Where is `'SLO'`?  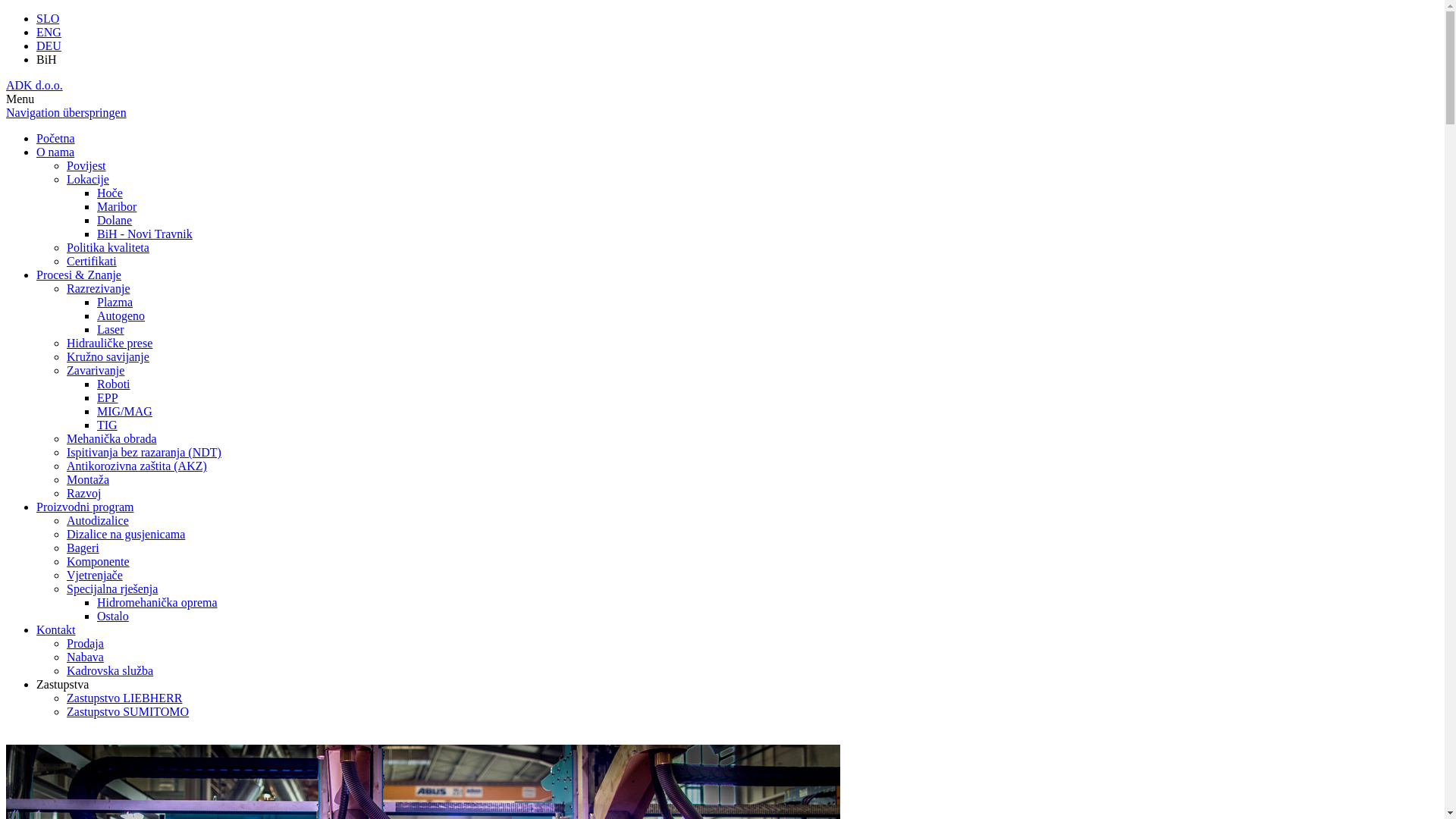
'SLO' is located at coordinates (47, 18).